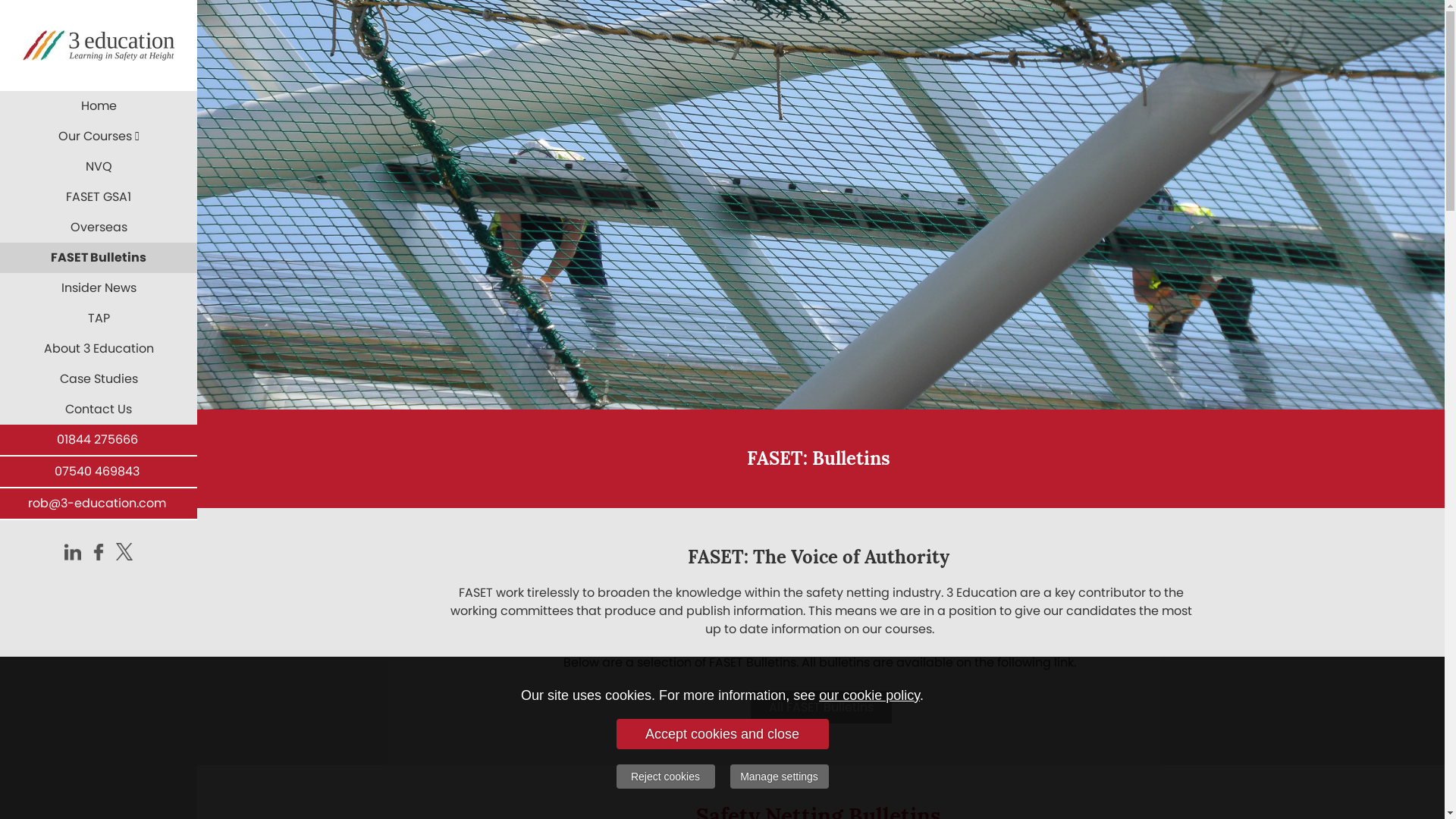 This screenshot has height=819, width=1456. I want to click on 'Overseas', so click(97, 227).